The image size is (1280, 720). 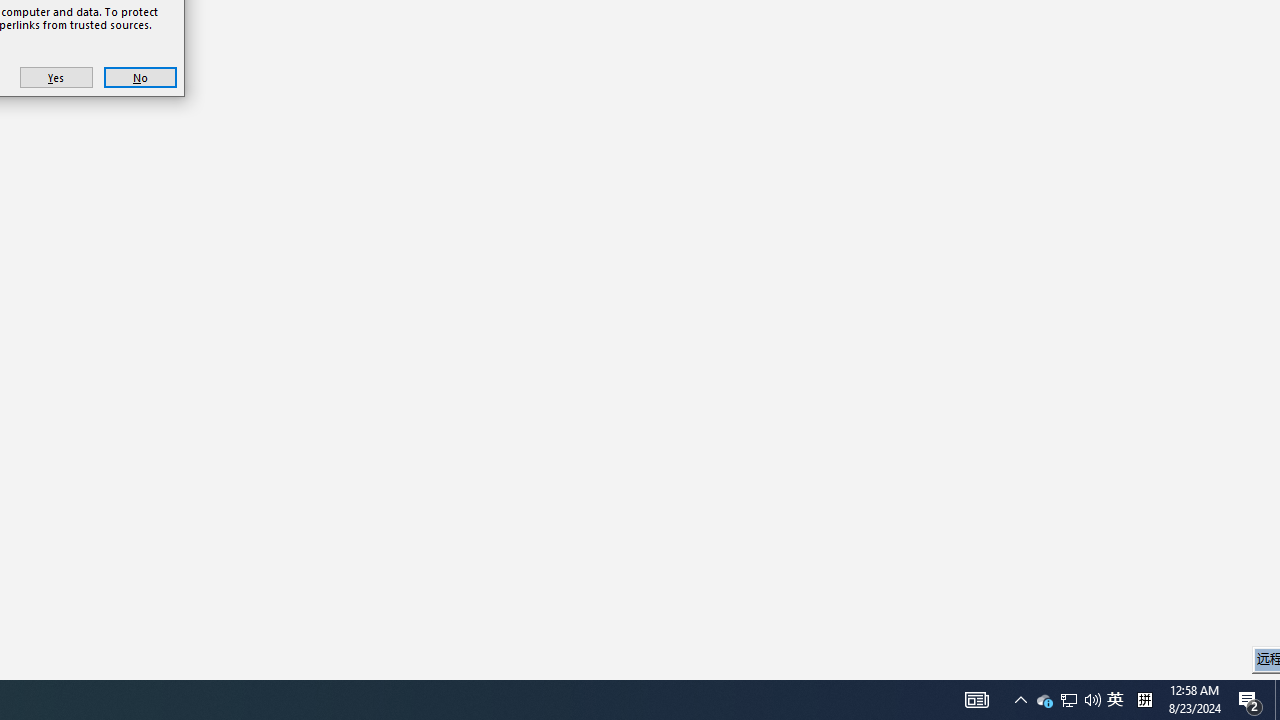 What do you see at coordinates (56, 76) in the screenshot?
I see `'Yes'` at bounding box center [56, 76].